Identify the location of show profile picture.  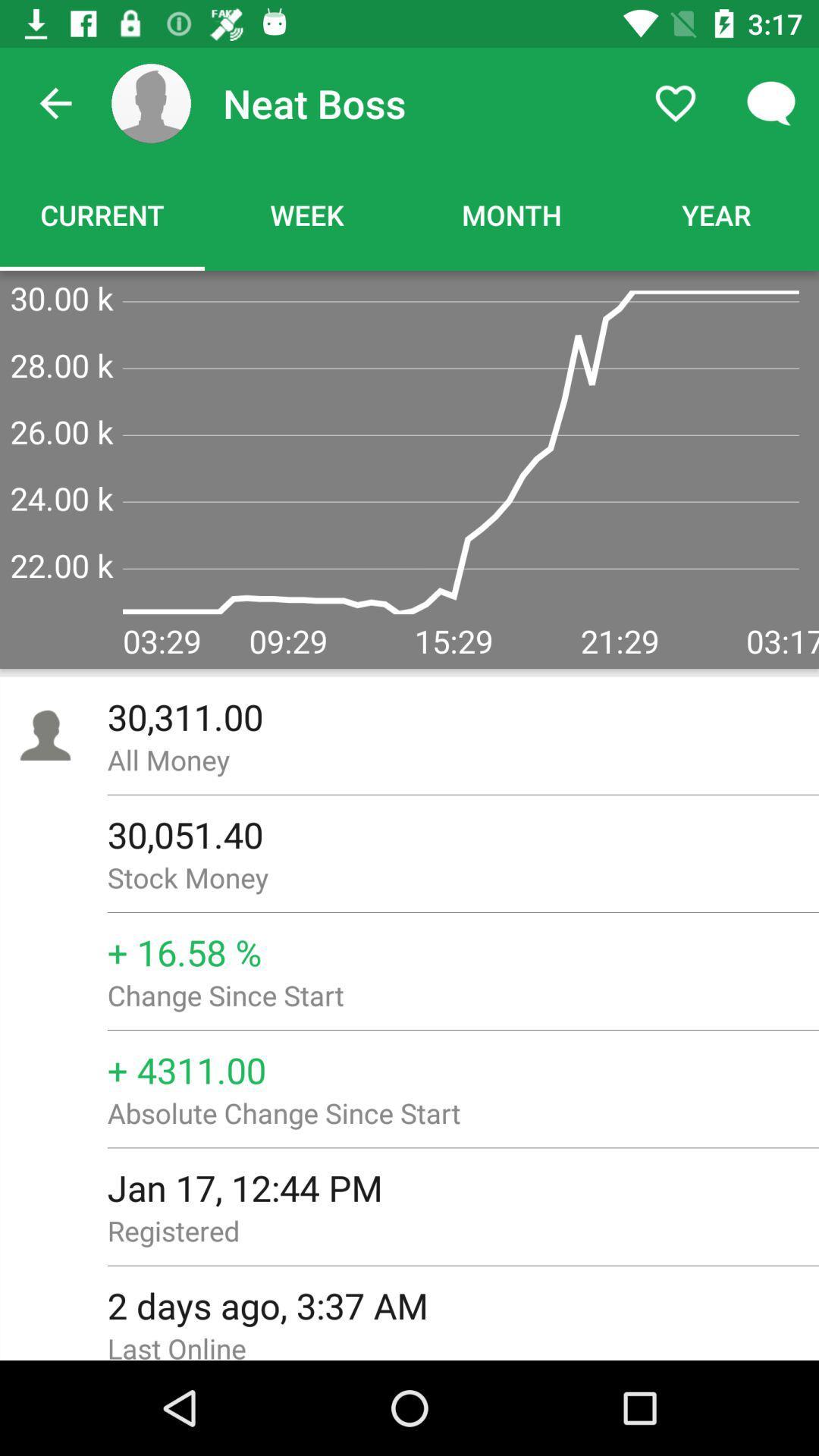
(151, 102).